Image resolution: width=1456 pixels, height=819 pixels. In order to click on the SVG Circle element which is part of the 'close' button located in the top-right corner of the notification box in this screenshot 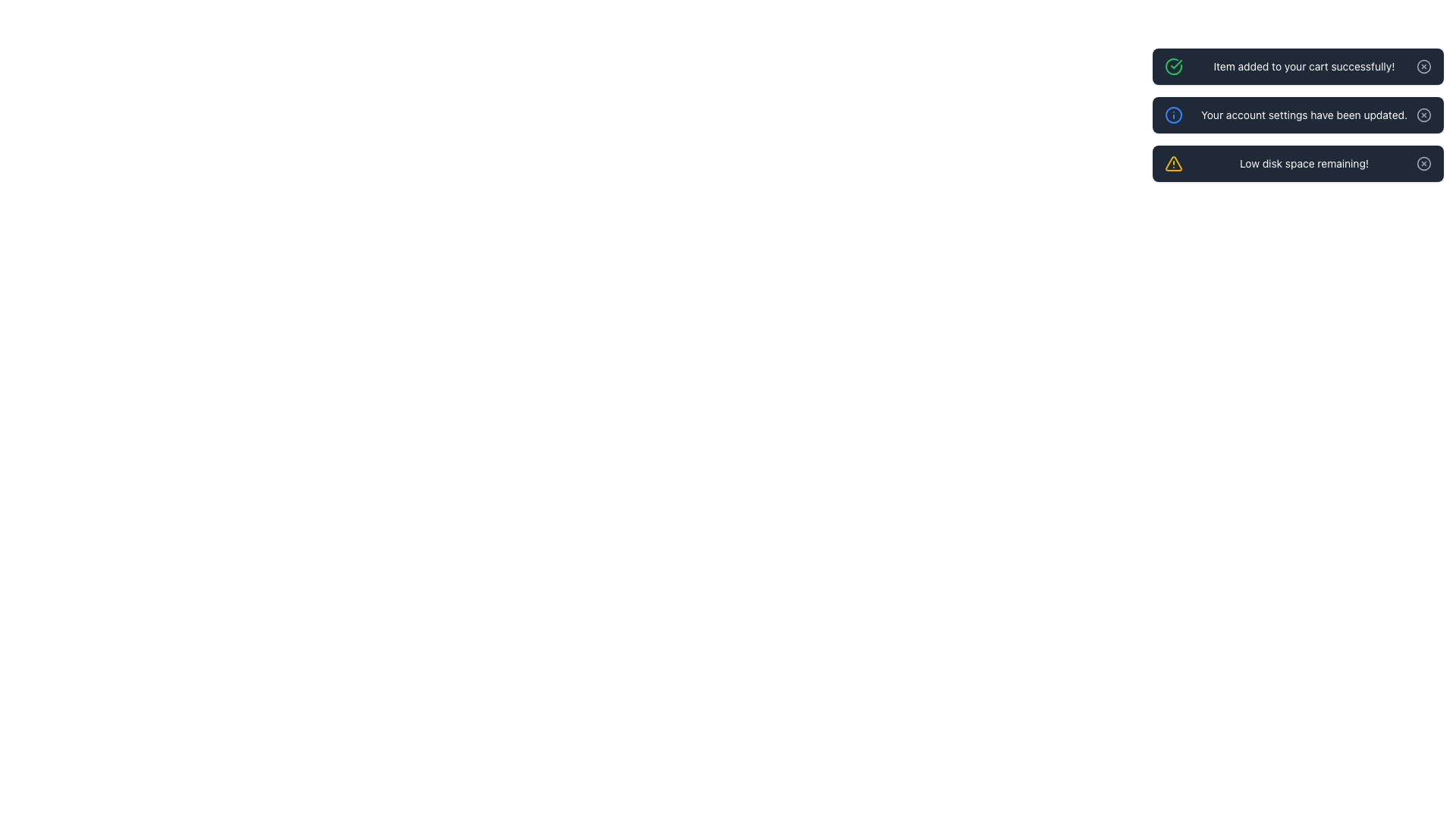, I will do `click(1423, 66)`.